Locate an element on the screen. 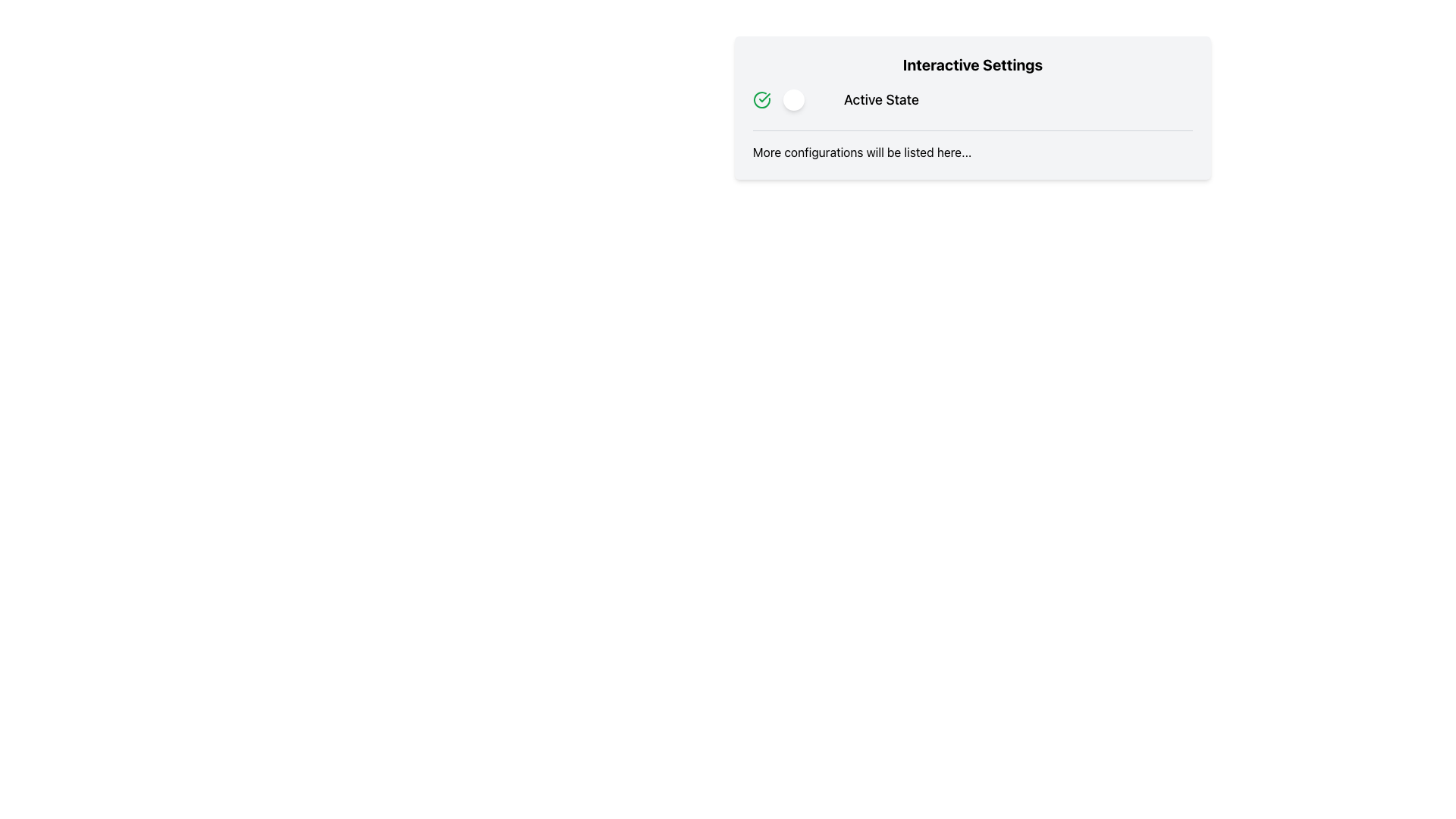  the success status graphic element represented by a small circle icon adjacent to the 'Active State' text, located in the top-left corner of the 'Interactive Settings' panel is located at coordinates (764, 97).